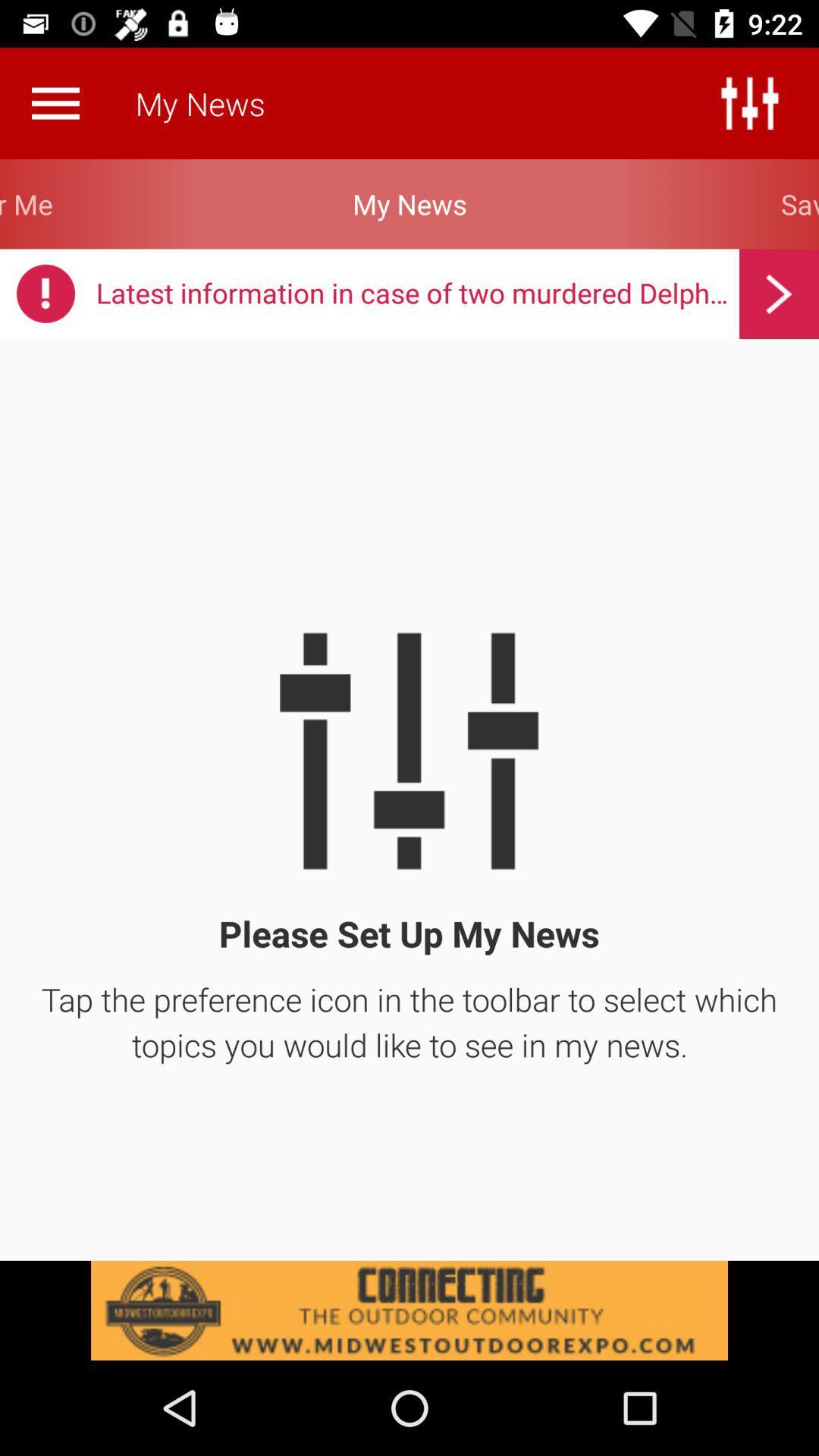  I want to click on the menu icon, so click(55, 102).